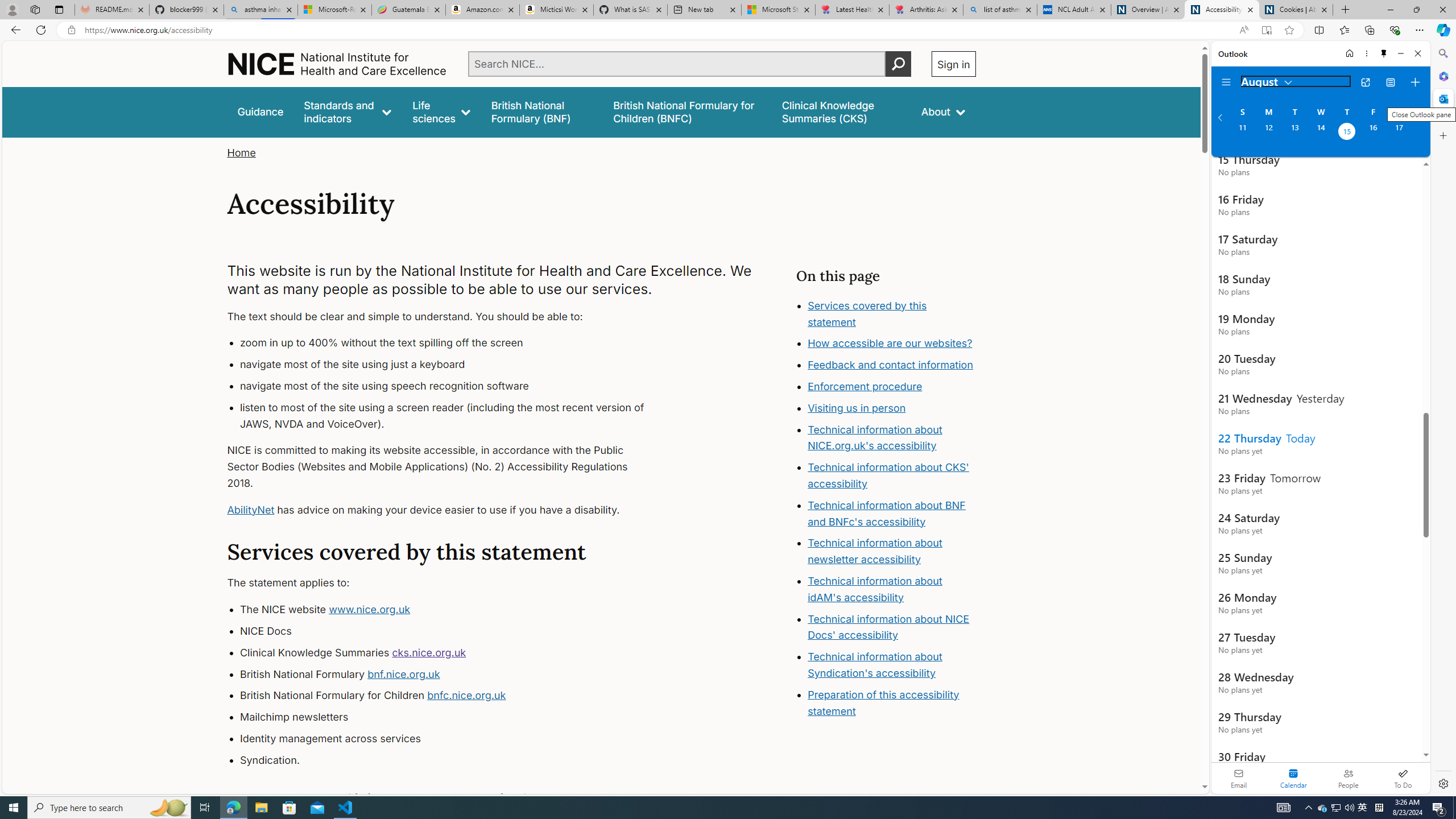  Describe the element at coordinates (841, 111) in the screenshot. I see `'false'` at that location.